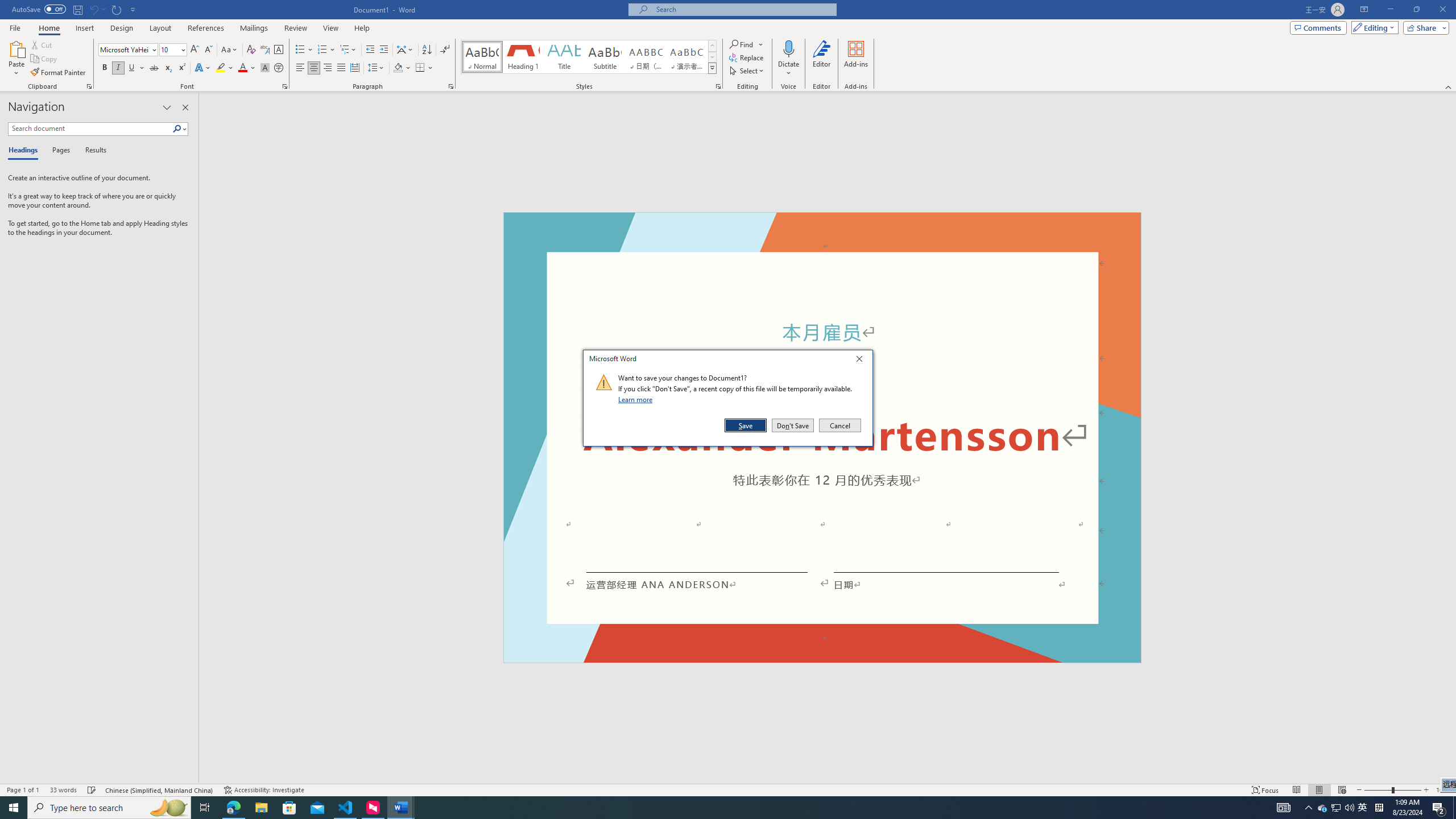 The image size is (1456, 819). Describe the element at coordinates (23, 790) in the screenshot. I see `'Page Number Page 1 of 1'` at that location.